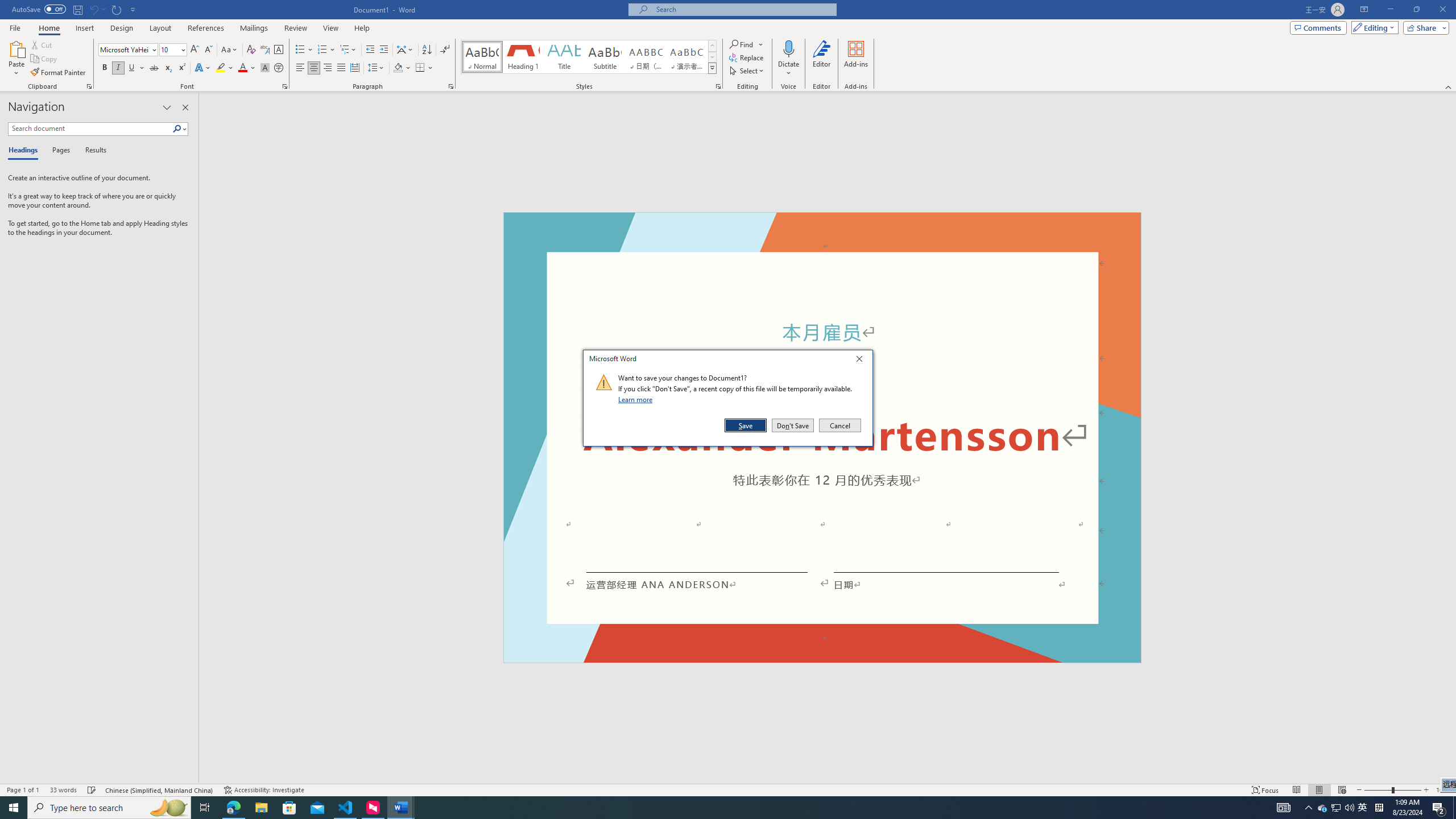 The image size is (1456, 819). Describe the element at coordinates (23, 790) in the screenshot. I see `'Page Number Page 1 of 1'` at that location.